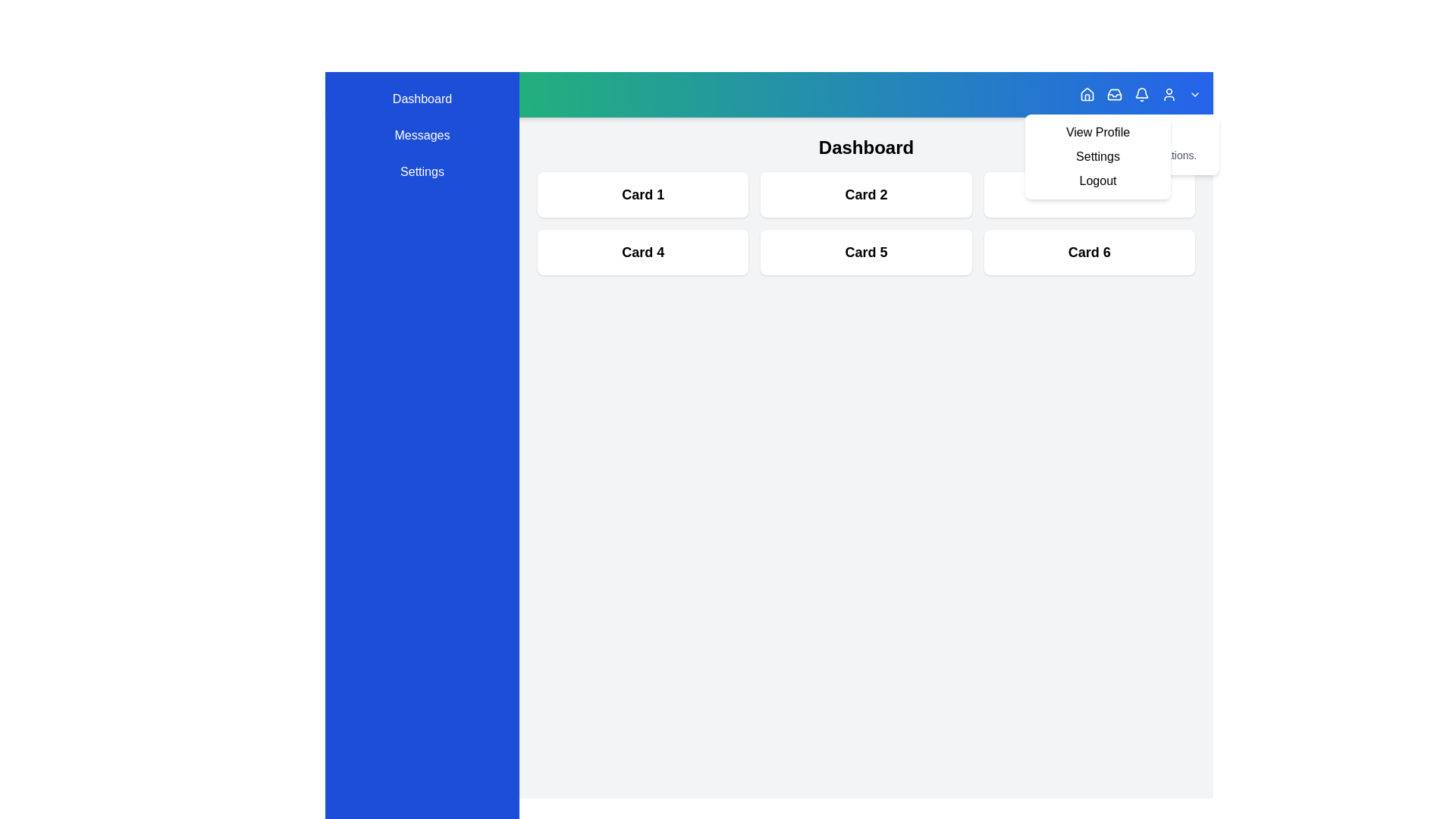 The width and height of the screenshot is (1456, 819). What do you see at coordinates (411, 94) in the screenshot?
I see `the 'Interactive System' header element with the accompanying menu icon located at the left side of the top navigation bar` at bounding box center [411, 94].